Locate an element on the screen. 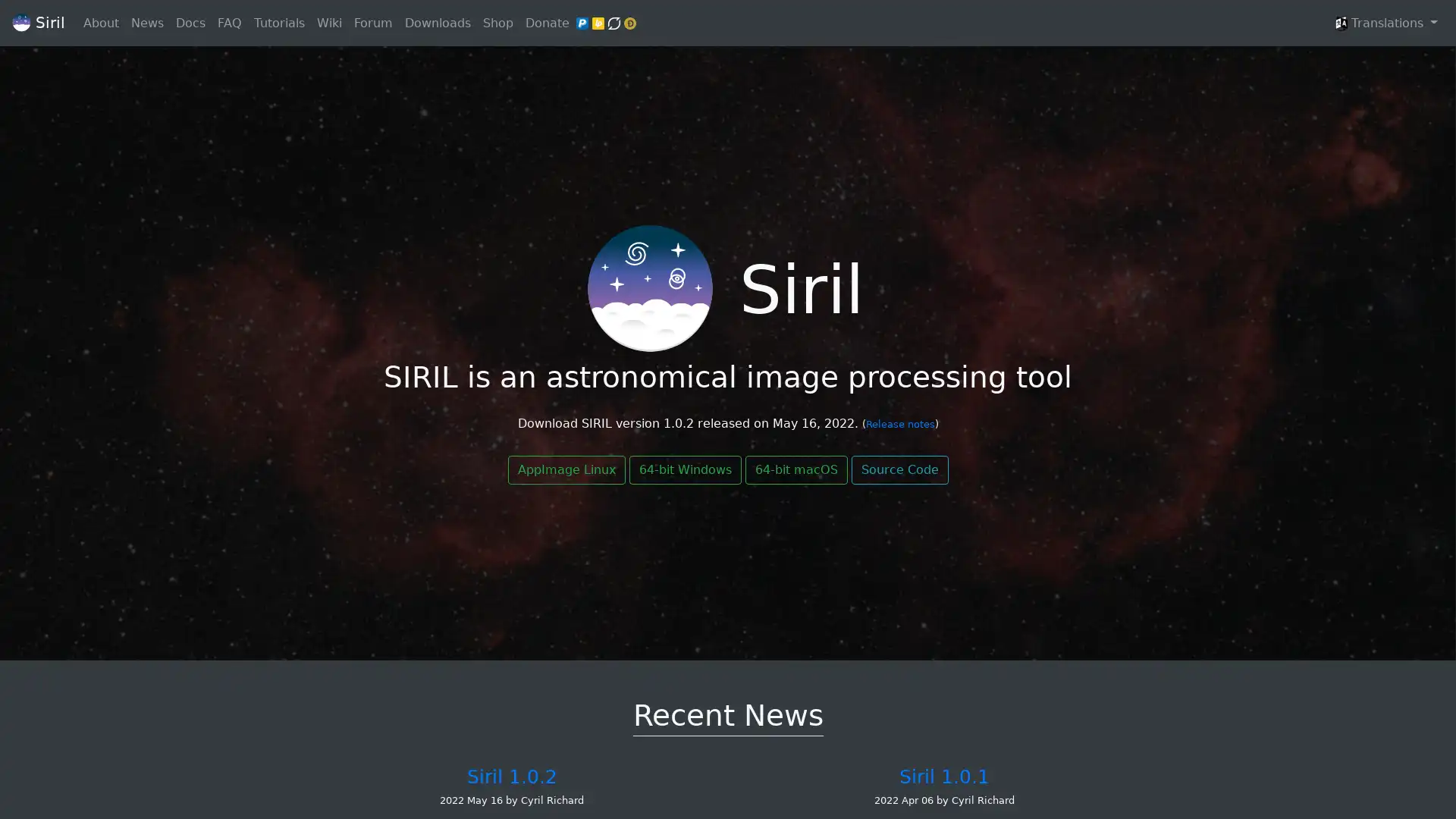 The height and width of the screenshot is (819, 1456). 64-bit macOS is located at coordinates (795, 469).